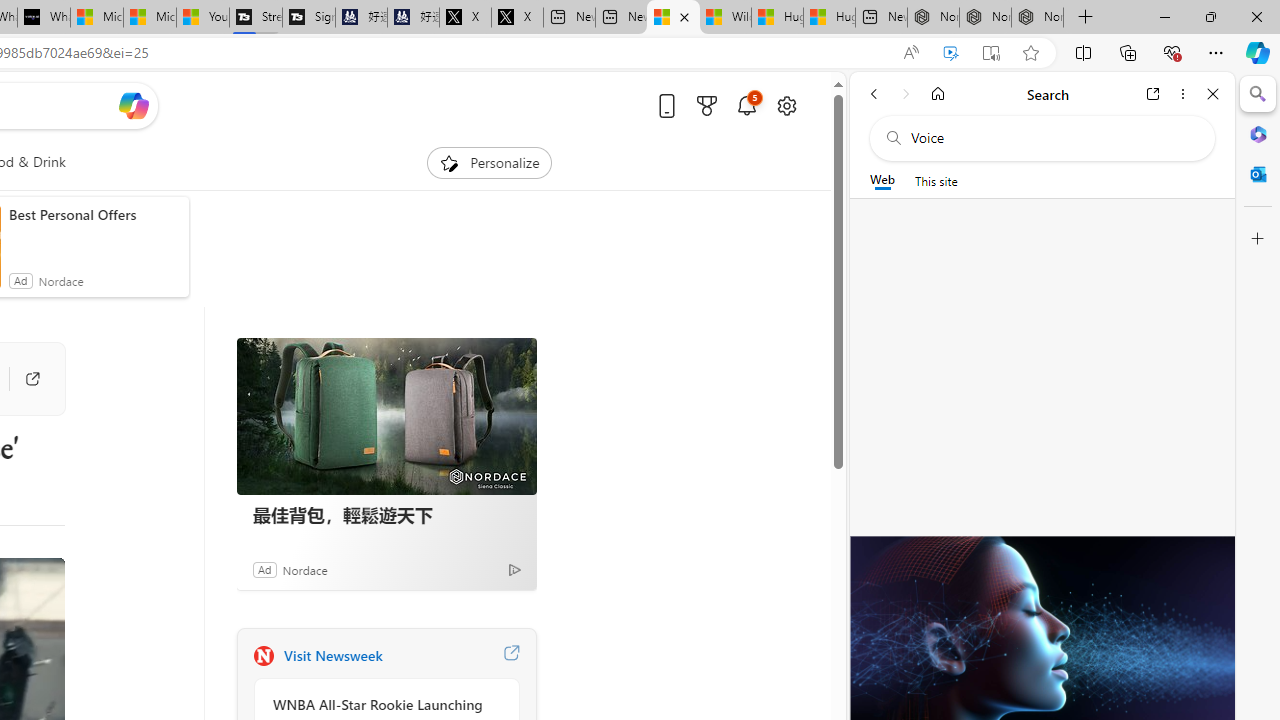  I want to click on 'Open link in new tab', so click(1153, 93).